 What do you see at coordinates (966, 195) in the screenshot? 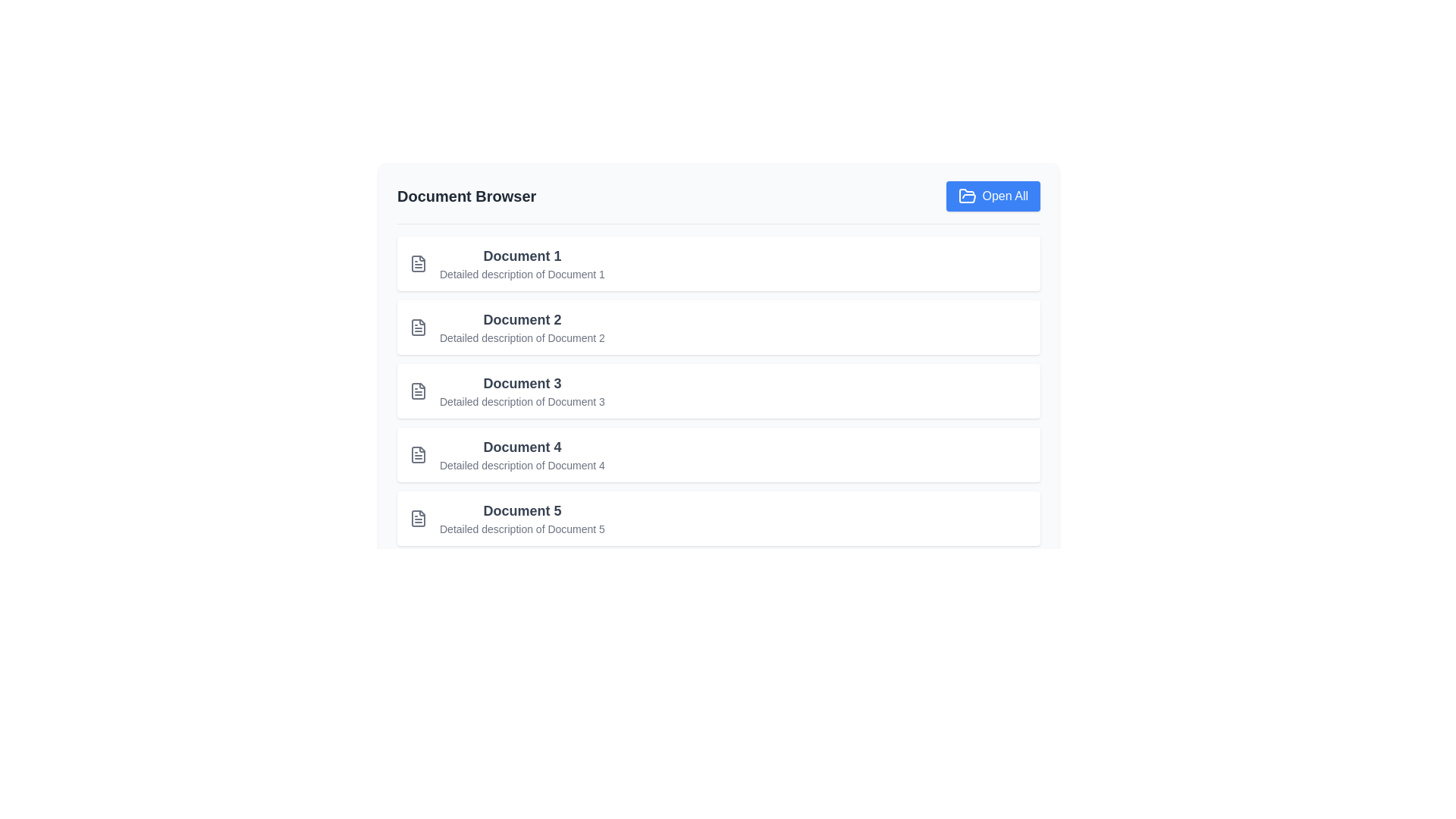
I see `the folder icon located to the left of the 'Open All' button's text, which visually indicates the button's function for managing or accessing folders` at bounding box center [966, 195].